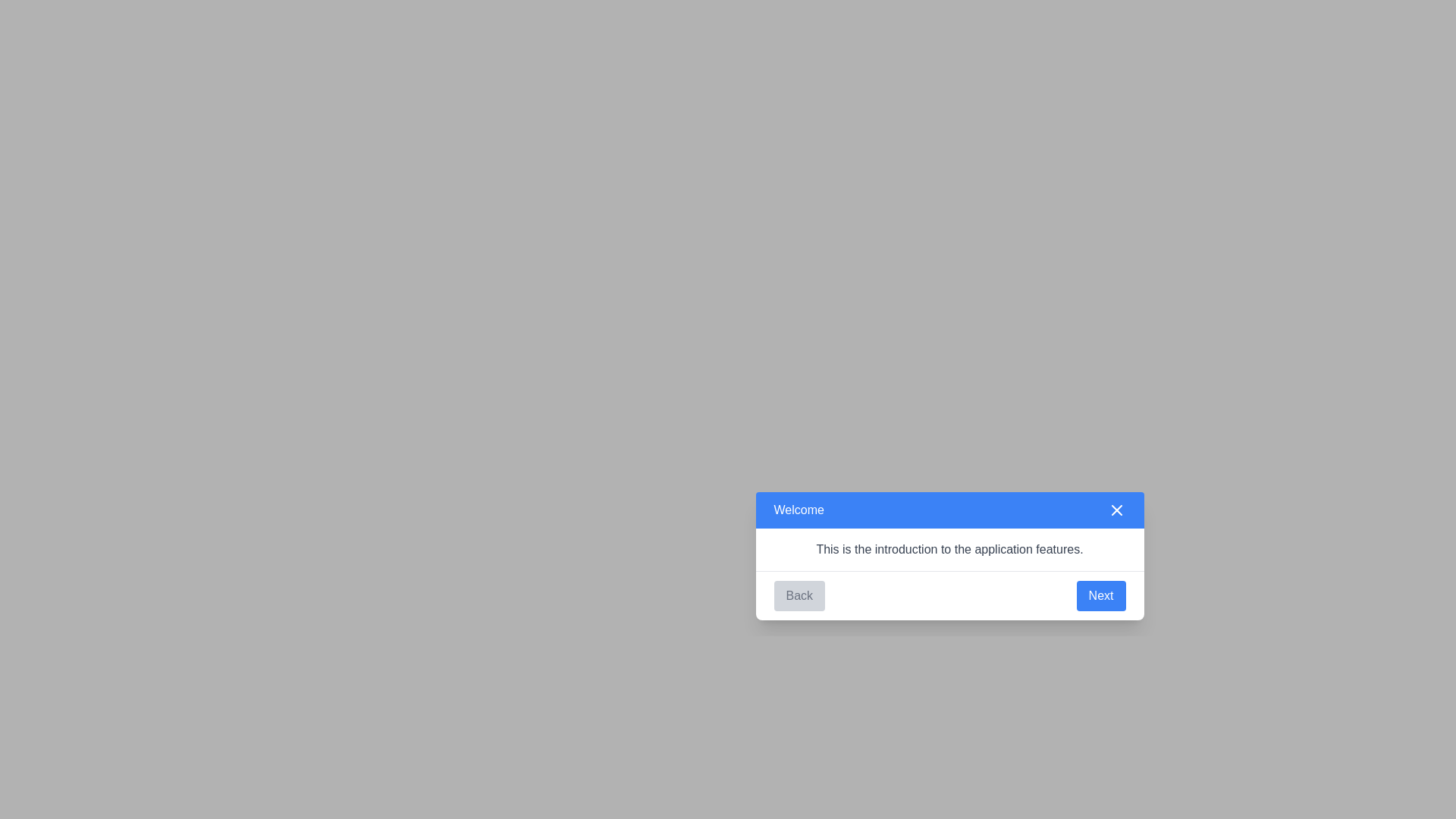 The image size is (1456, 819). Describe the element at coordinates (798, 510) in the screenshot. I see `the 'Welcome' text label located on the blue bar at the top of the dialog box, which serves as a title or introductory label` at that location.